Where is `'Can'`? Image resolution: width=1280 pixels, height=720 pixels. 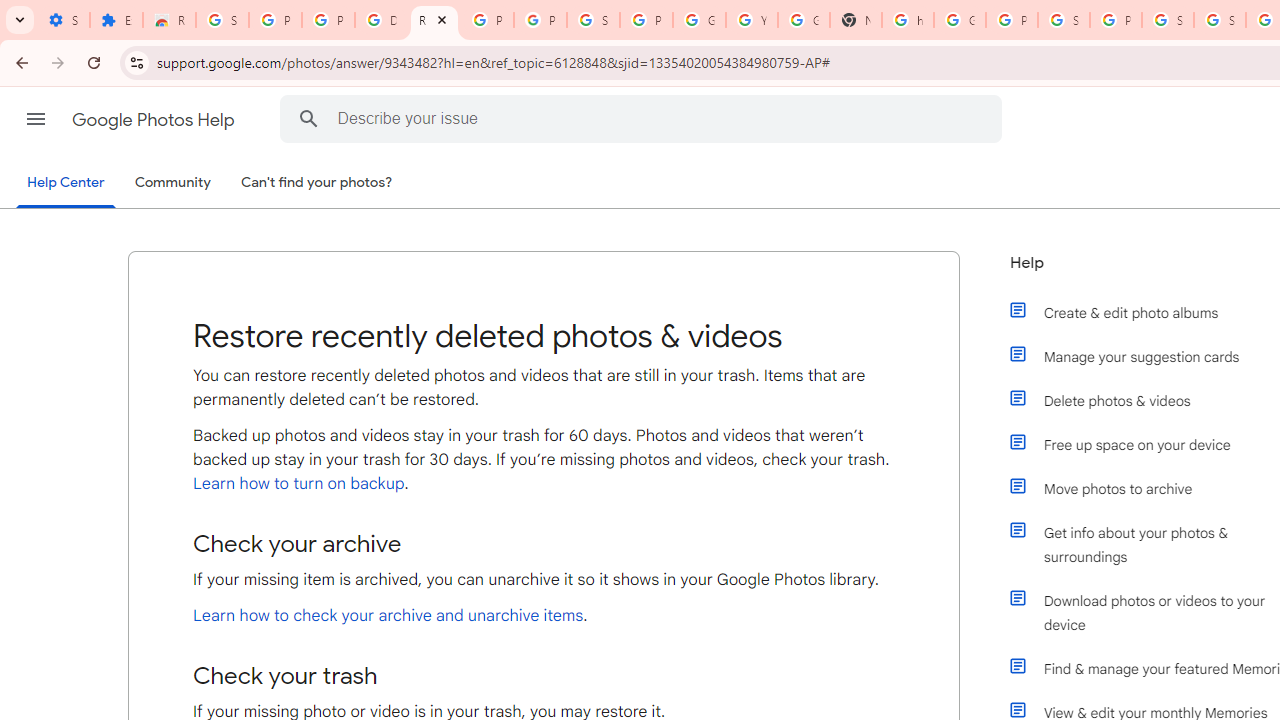 'Can' is located at coordinates (316, 183).